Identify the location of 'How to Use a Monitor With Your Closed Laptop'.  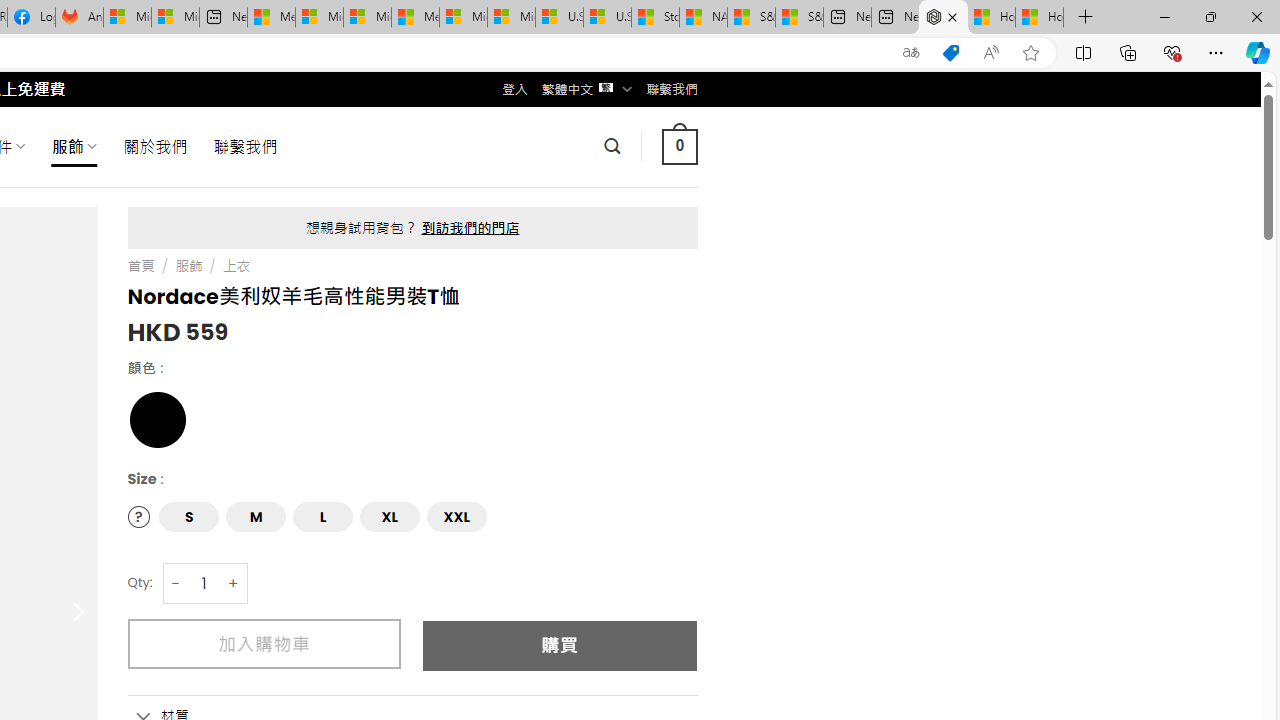
(1040, 17).